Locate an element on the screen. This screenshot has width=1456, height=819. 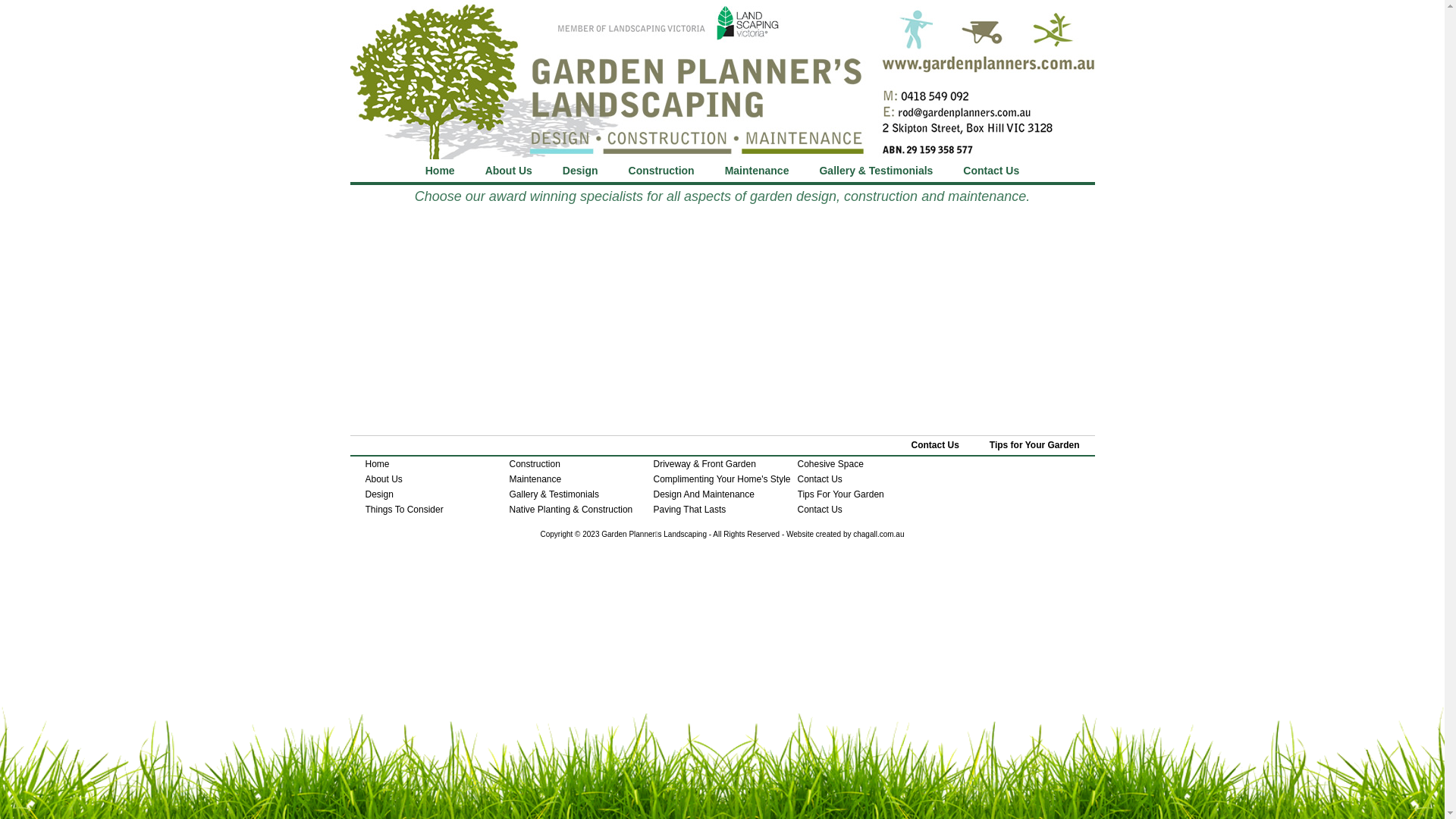
'Tips for Your Garden' is located at coordinates (1034, 444).